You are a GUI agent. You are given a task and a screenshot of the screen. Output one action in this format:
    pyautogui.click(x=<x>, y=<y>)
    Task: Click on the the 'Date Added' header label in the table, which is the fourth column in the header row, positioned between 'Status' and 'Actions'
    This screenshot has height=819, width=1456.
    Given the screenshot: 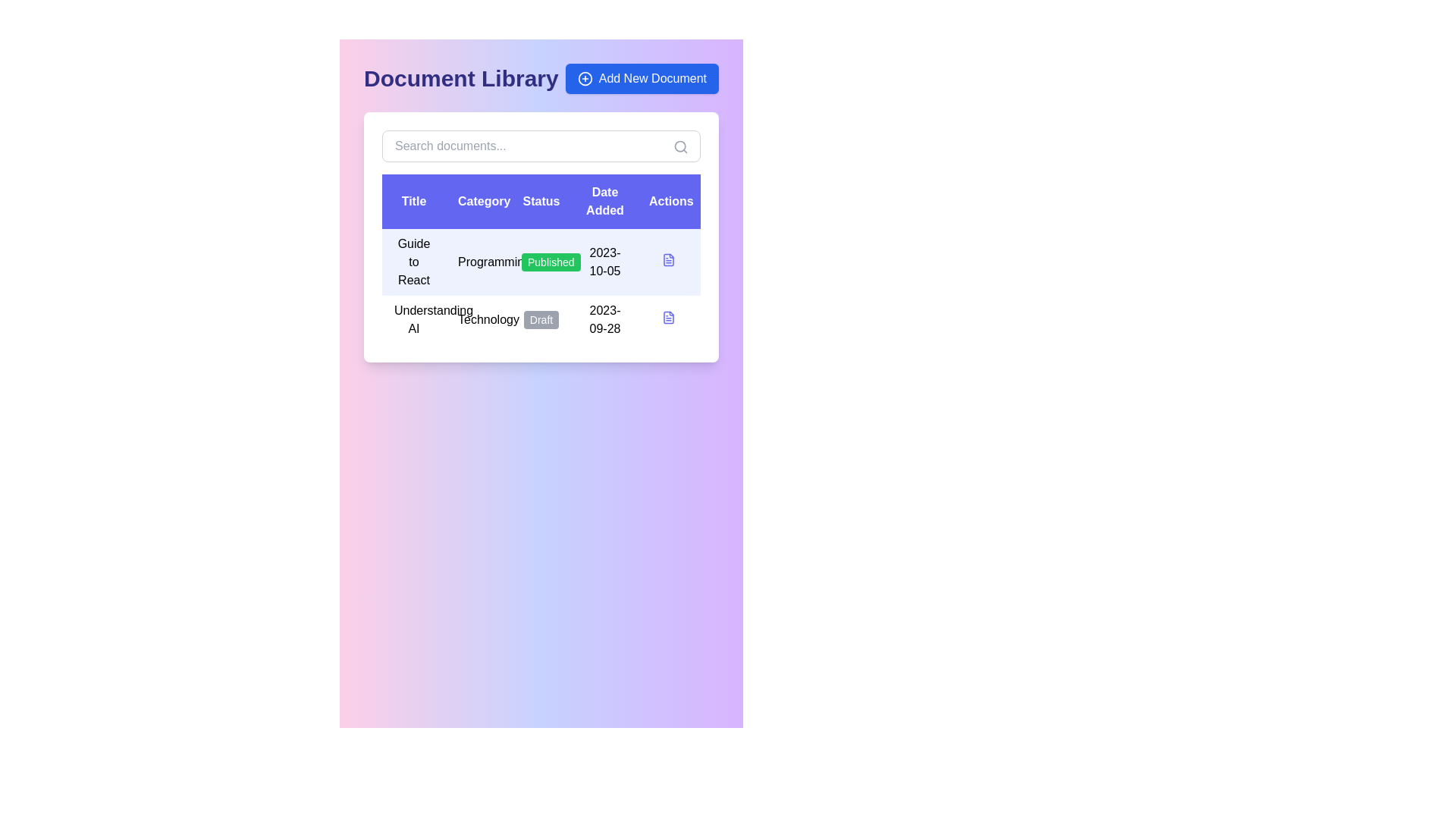 What is the action you would take?
    pyautogui.click(x=604, y=201)
    